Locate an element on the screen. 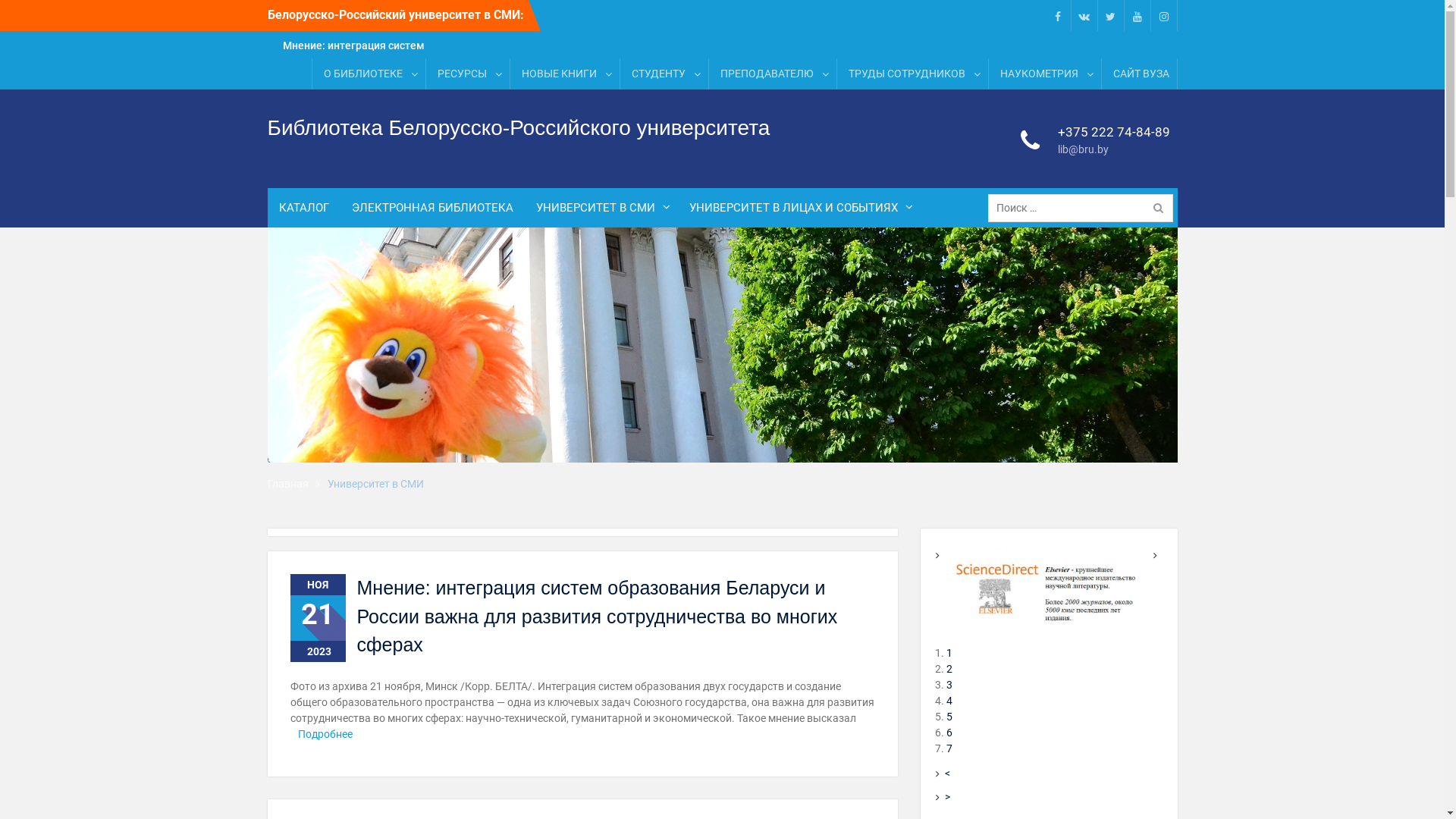  'twitter' is located at coordinates (1103, 15).